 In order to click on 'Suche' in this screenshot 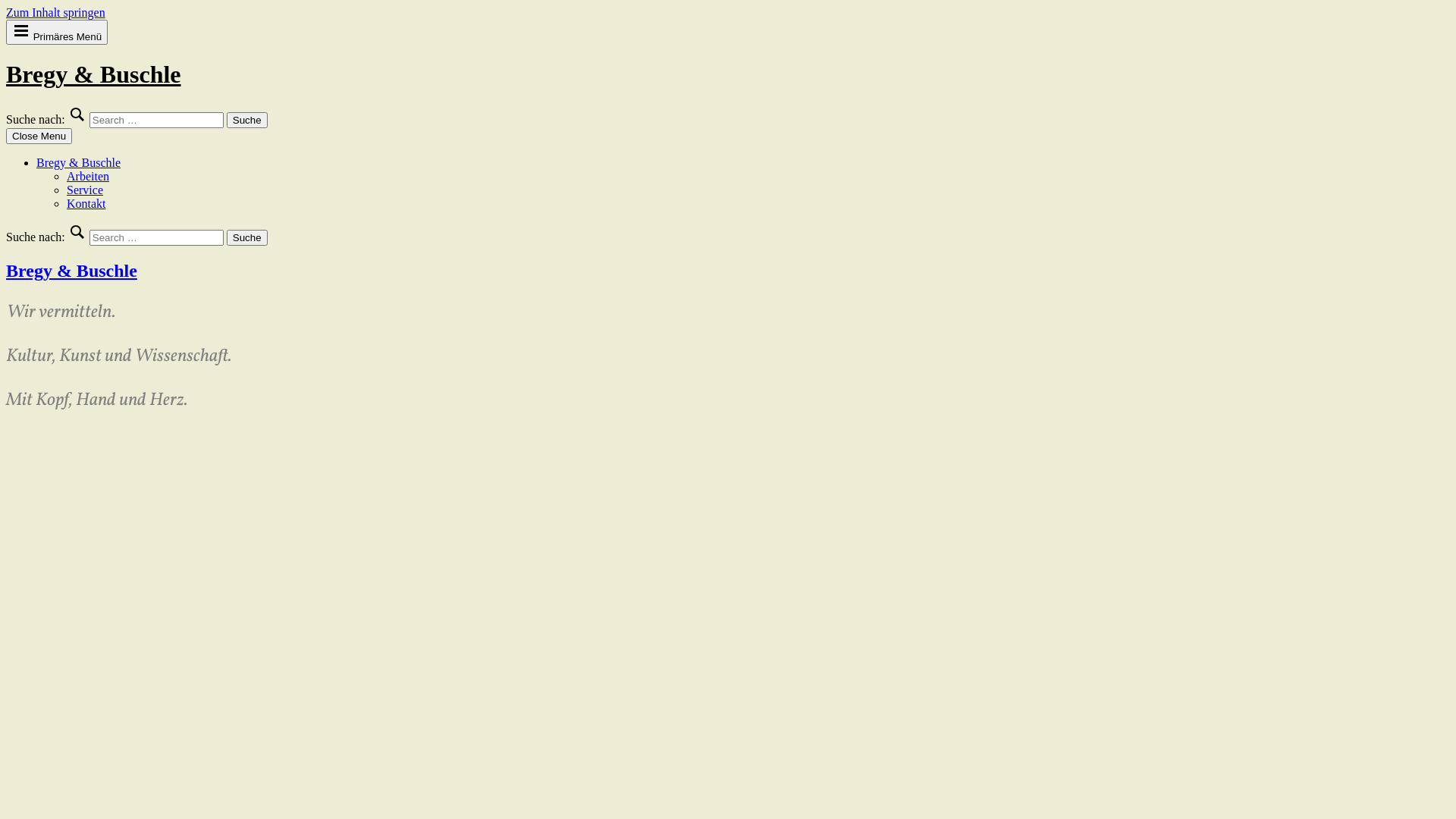, I will do `click(225, 119)`.